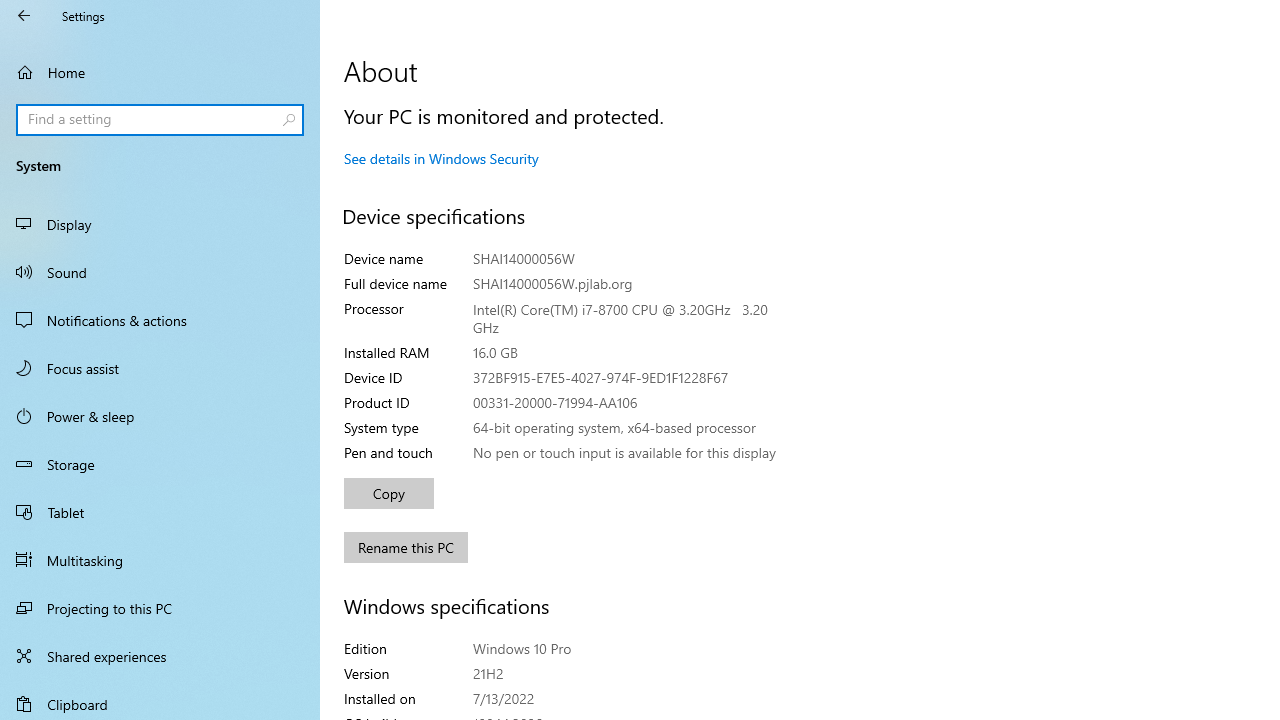 This screenshot has width=1280, height=720. I want to click on 'Storage', so click(160, 464).